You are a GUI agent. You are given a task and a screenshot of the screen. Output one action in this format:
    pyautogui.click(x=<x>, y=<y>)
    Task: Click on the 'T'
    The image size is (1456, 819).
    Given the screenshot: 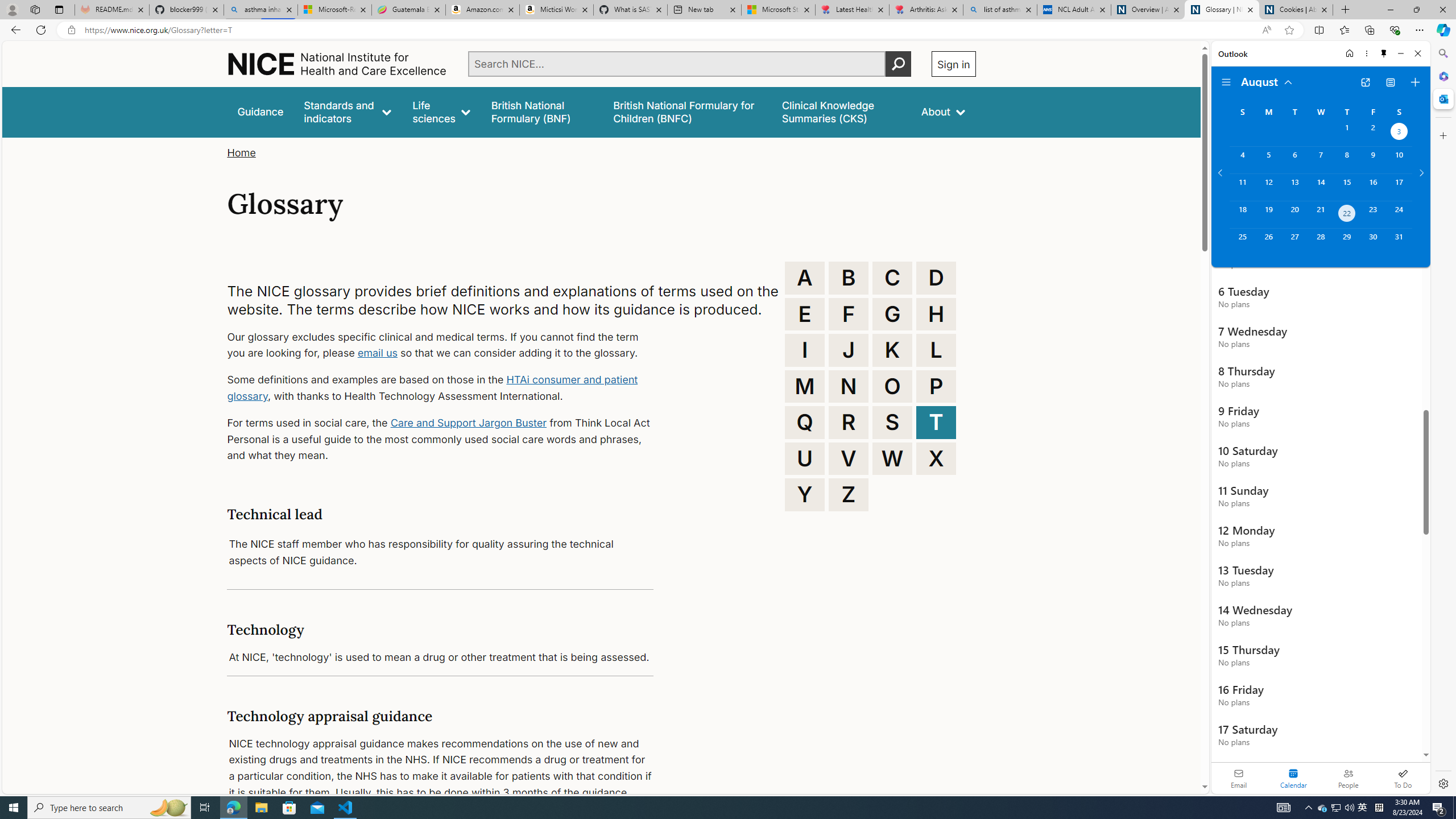 What is the action you would take?
    pyautogui.click(x=936, y=422)
    